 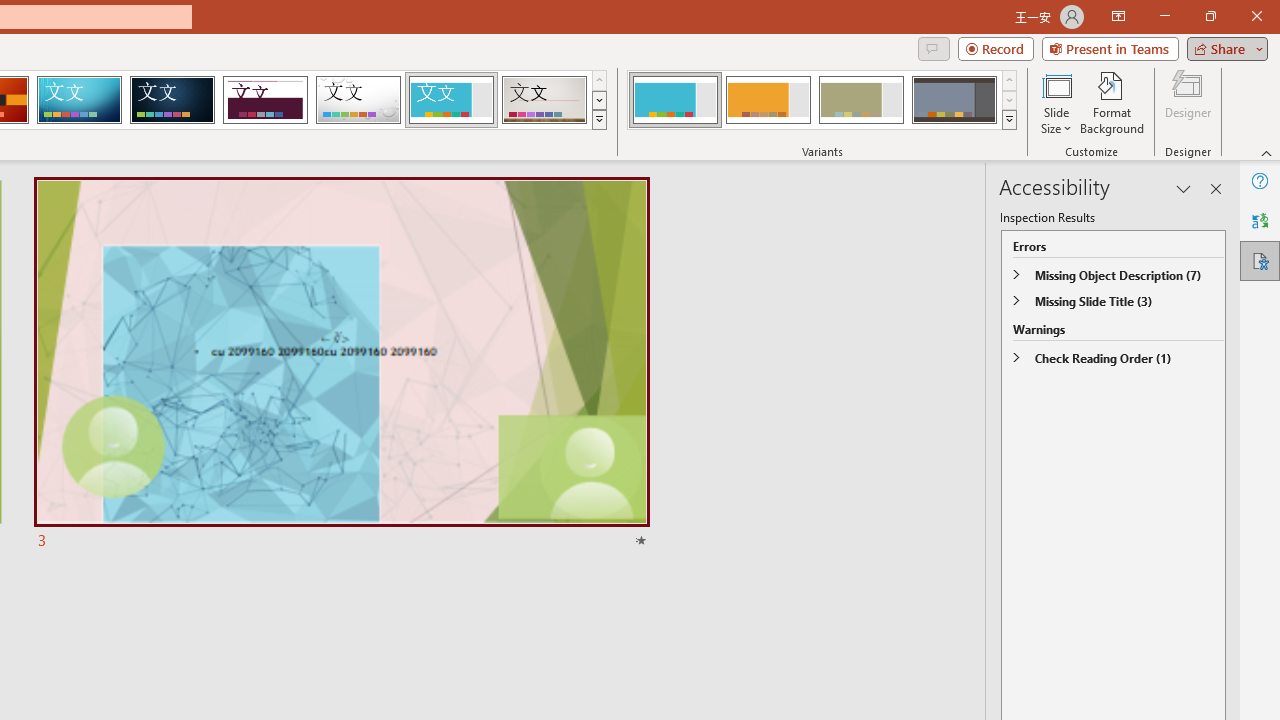 What do you see at coordinates (1055, 103) in the screenshot?
I see `'Slide Size'` at bounding box center [1055, 103].